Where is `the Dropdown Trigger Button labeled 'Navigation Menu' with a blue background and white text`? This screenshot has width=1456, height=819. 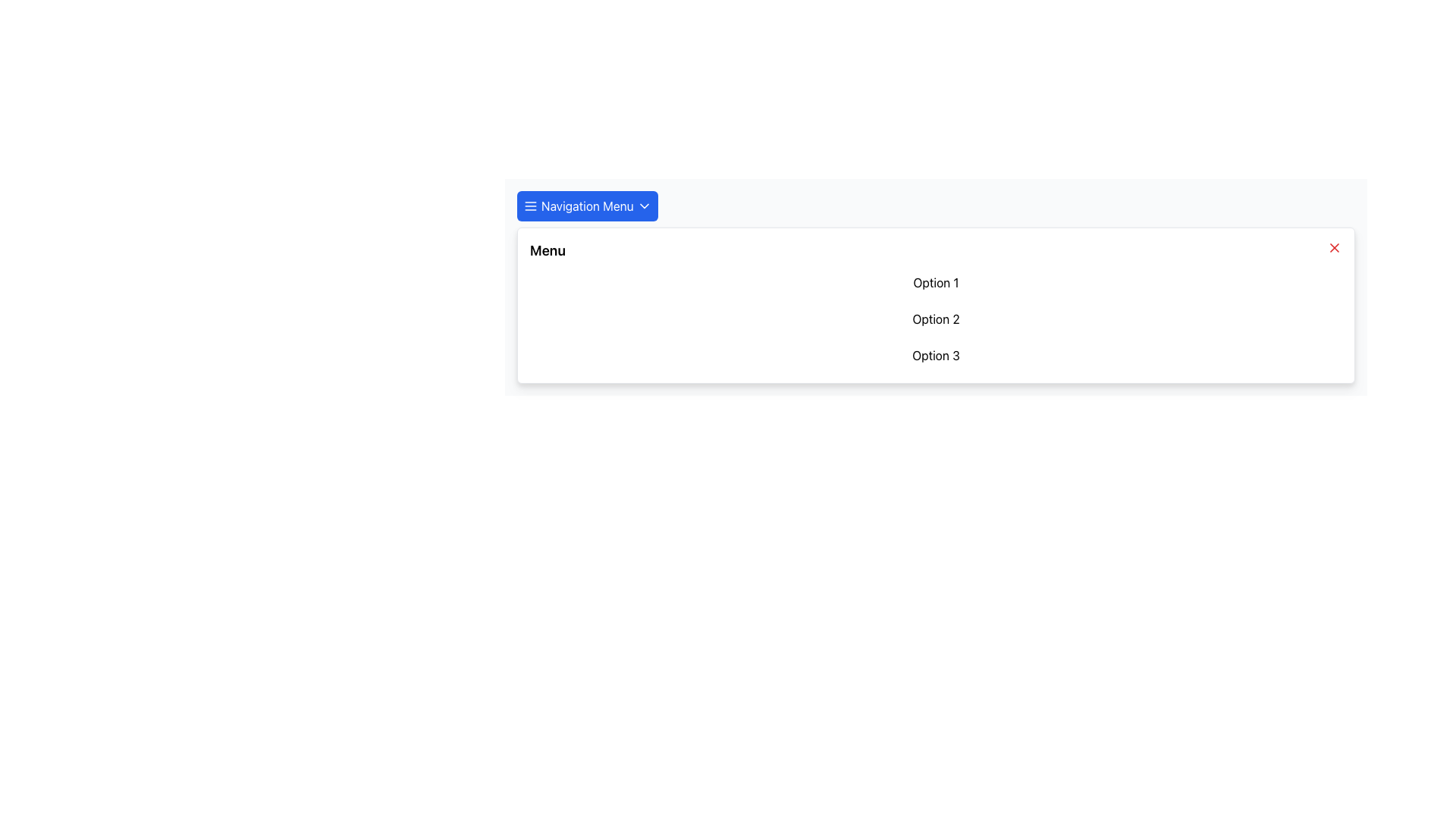
the Dropdown Trigger Button labeled 'Navigation Menu' with a blue background and white text is located at coordinates (586, 206).